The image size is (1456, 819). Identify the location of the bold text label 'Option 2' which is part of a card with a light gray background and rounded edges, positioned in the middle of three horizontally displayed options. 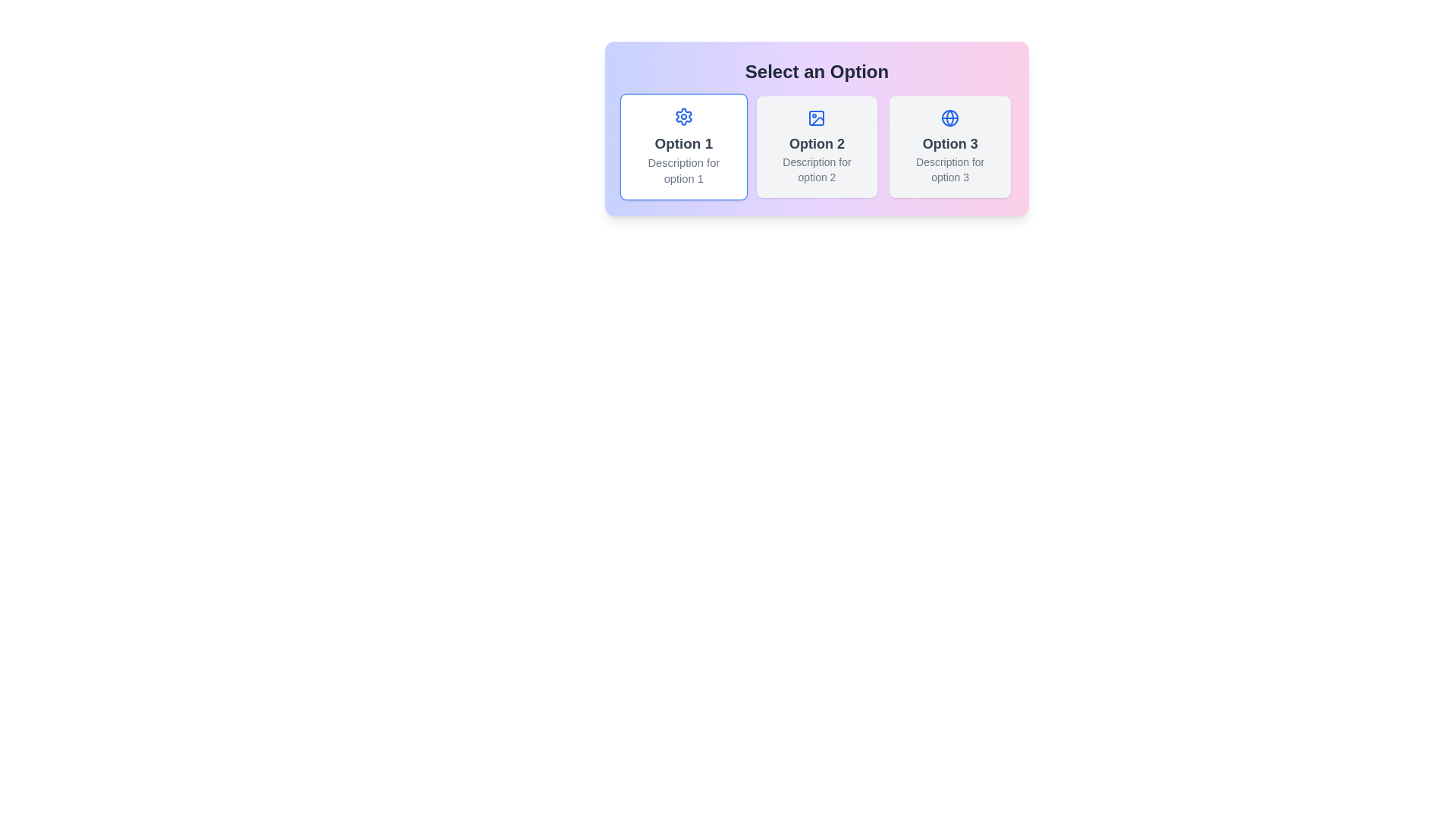
(816, 143).